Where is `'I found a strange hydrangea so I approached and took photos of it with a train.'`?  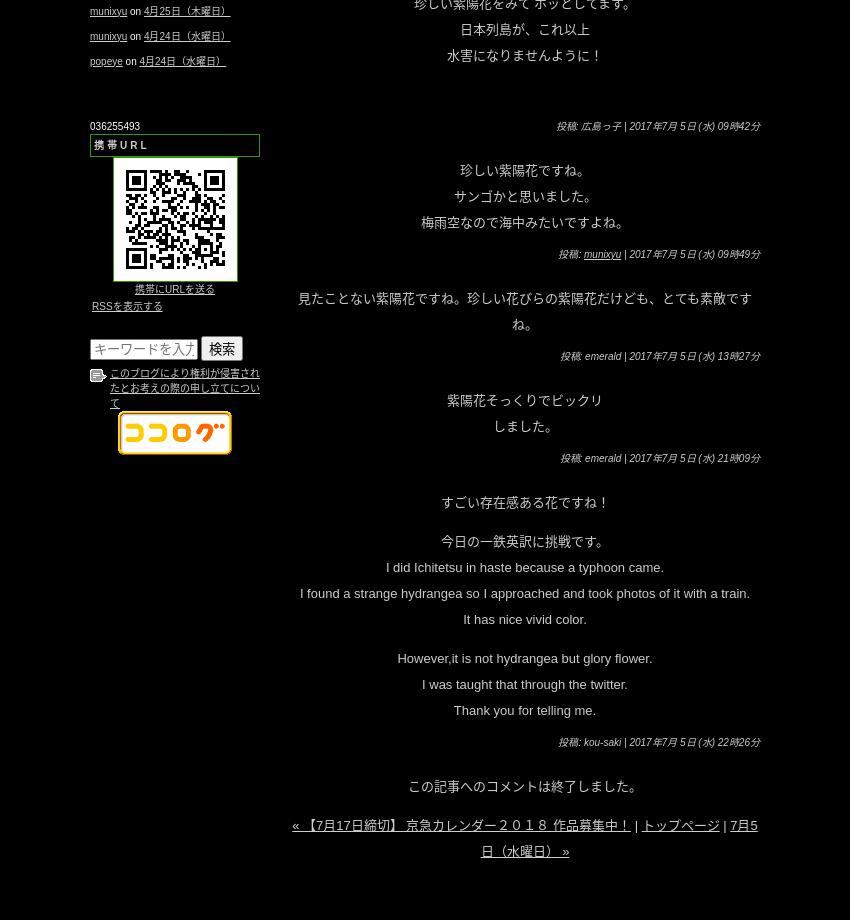 'I found a strange hydrangea so I approached and took photos of it with a train.' is located at coordinates (523, 591).